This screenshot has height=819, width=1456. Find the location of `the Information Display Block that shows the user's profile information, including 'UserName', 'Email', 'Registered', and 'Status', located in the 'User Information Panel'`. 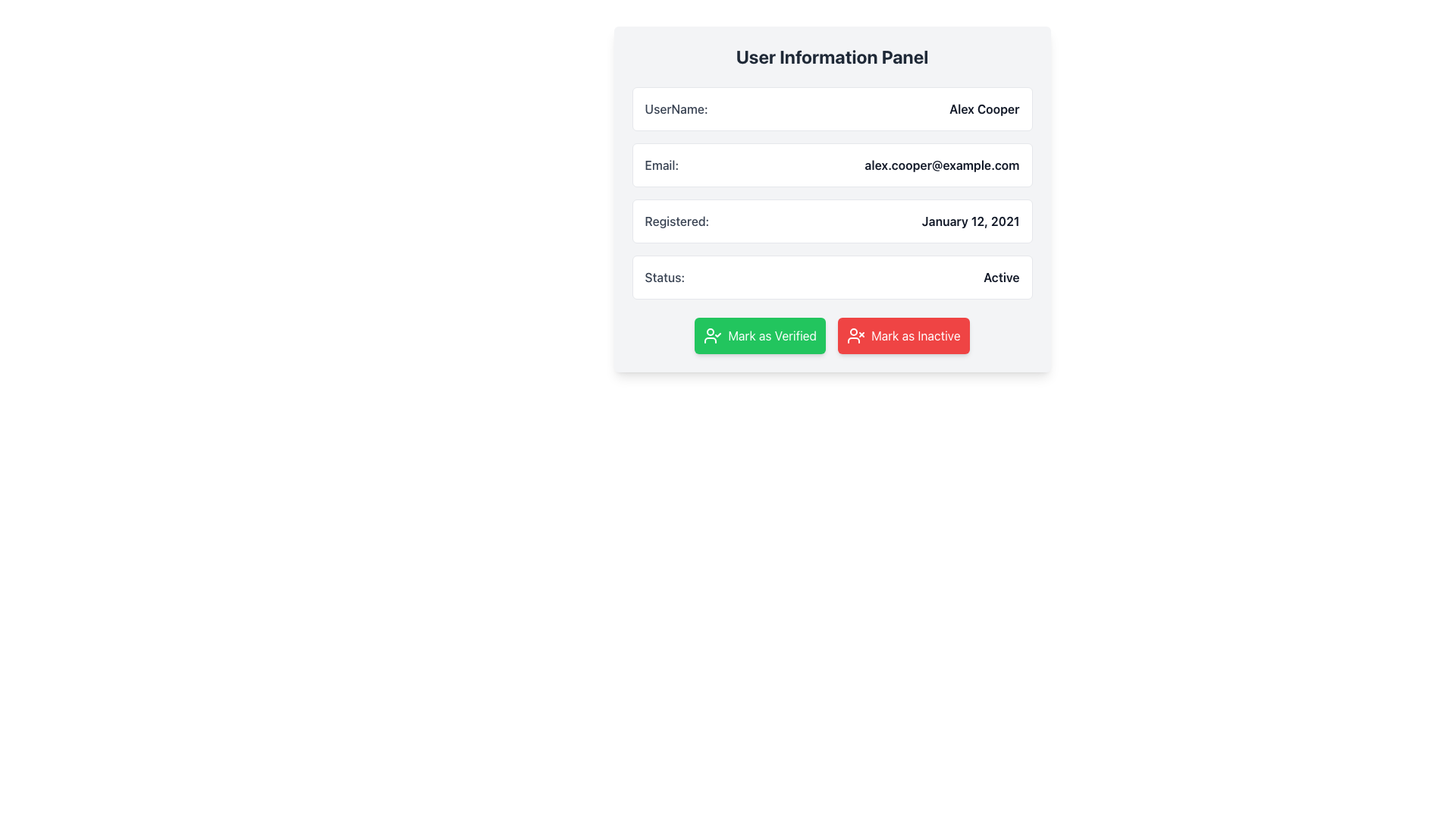

the Information Display Block that shows the user's profile information, including 'UserName', 'Email', 'Registered', and 'Status', located in the 'User Information Panel' is located at coordinates (831, 192).